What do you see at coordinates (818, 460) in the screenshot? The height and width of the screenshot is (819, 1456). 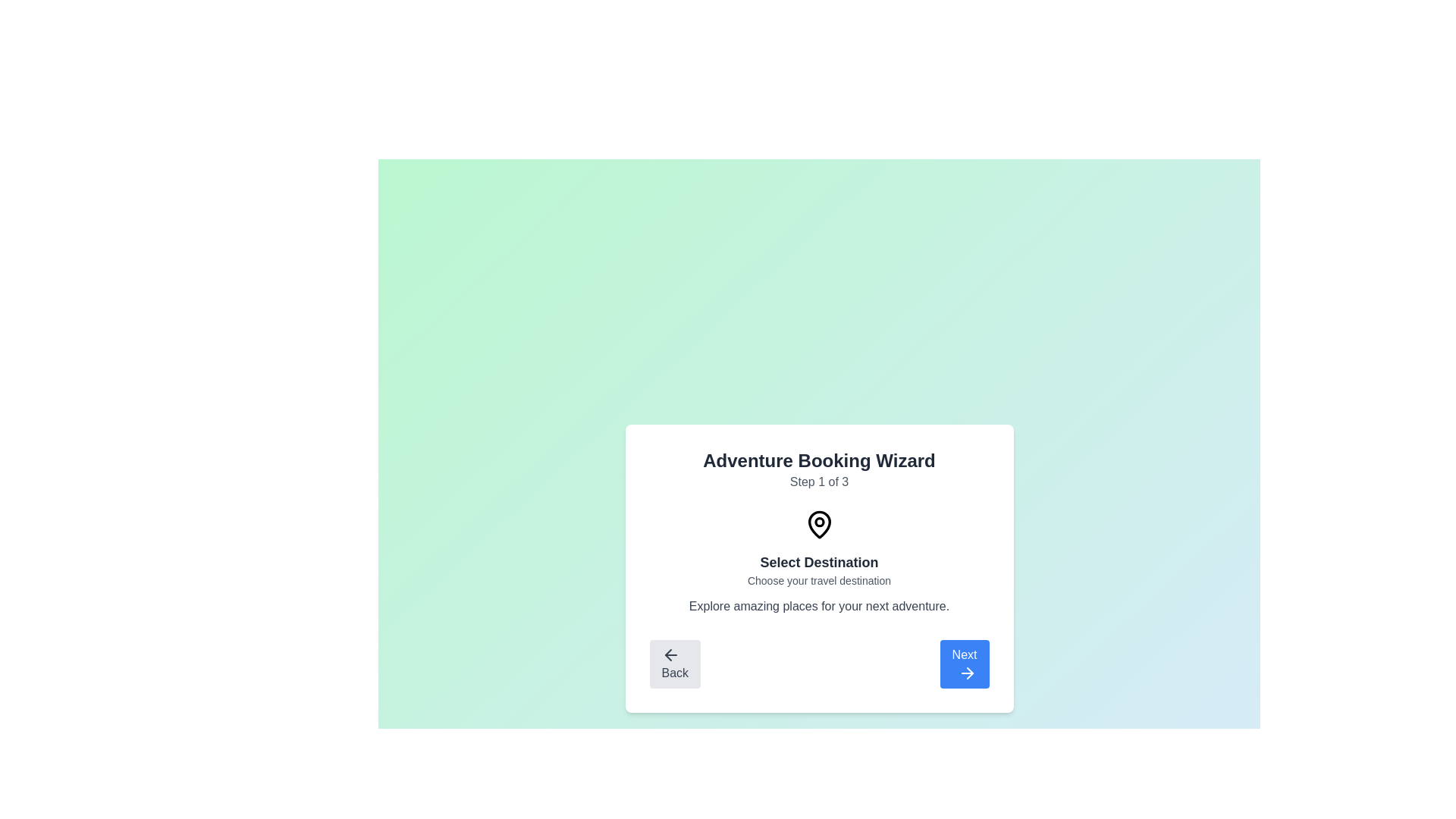 I see `the text label that reads 'Adventure Booking Wizard', which is prominently displayed at the top-center of the card` at bounding box center [818, 460].